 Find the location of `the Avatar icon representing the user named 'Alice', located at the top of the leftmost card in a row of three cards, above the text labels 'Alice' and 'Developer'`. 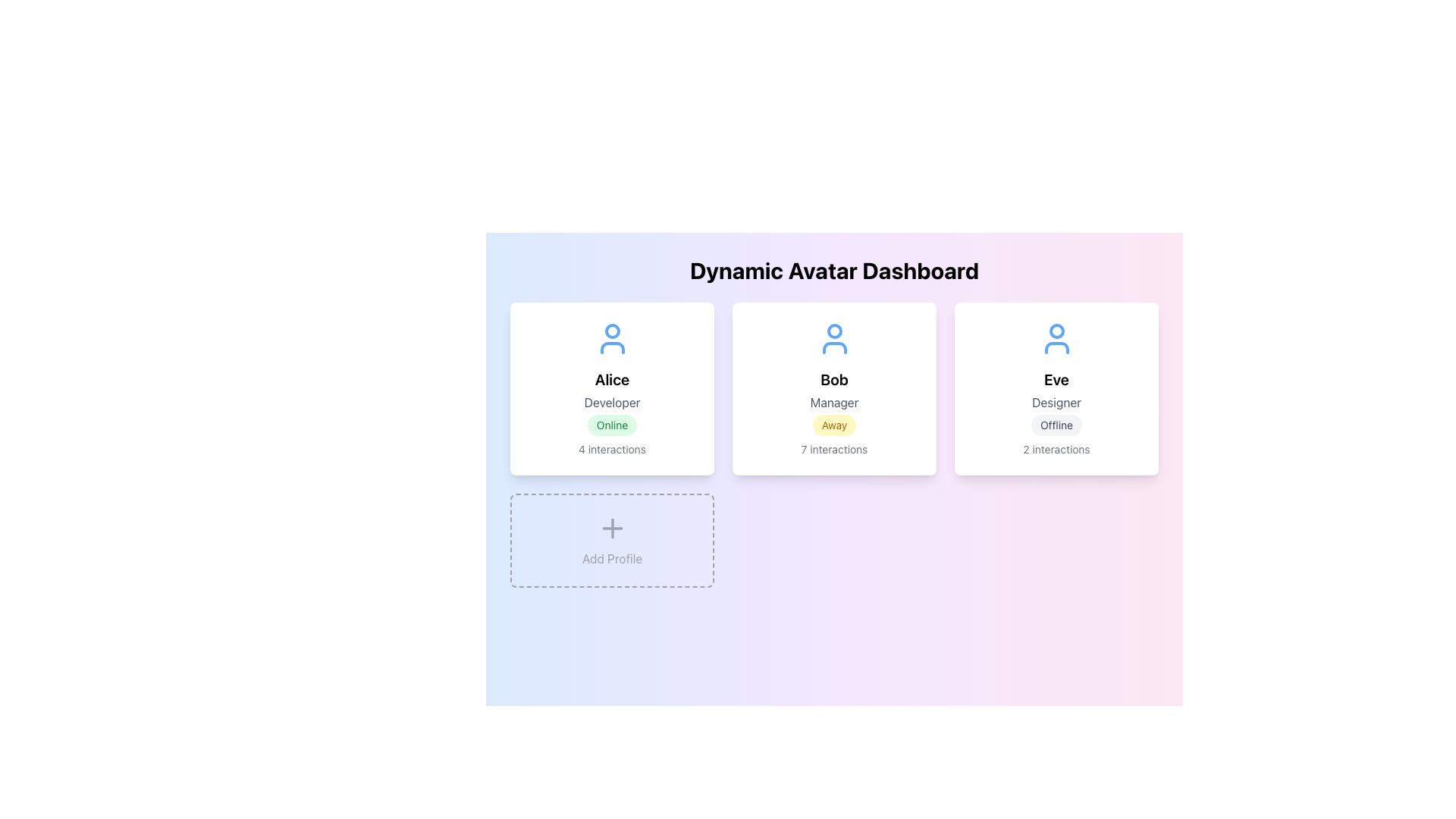

the Avatar icon representing the user named 'Alice', located at the top of the leftmost card in a row of three cards, above the text labels 'Alice' and 'Developer' is located at coordinates (612, 338).